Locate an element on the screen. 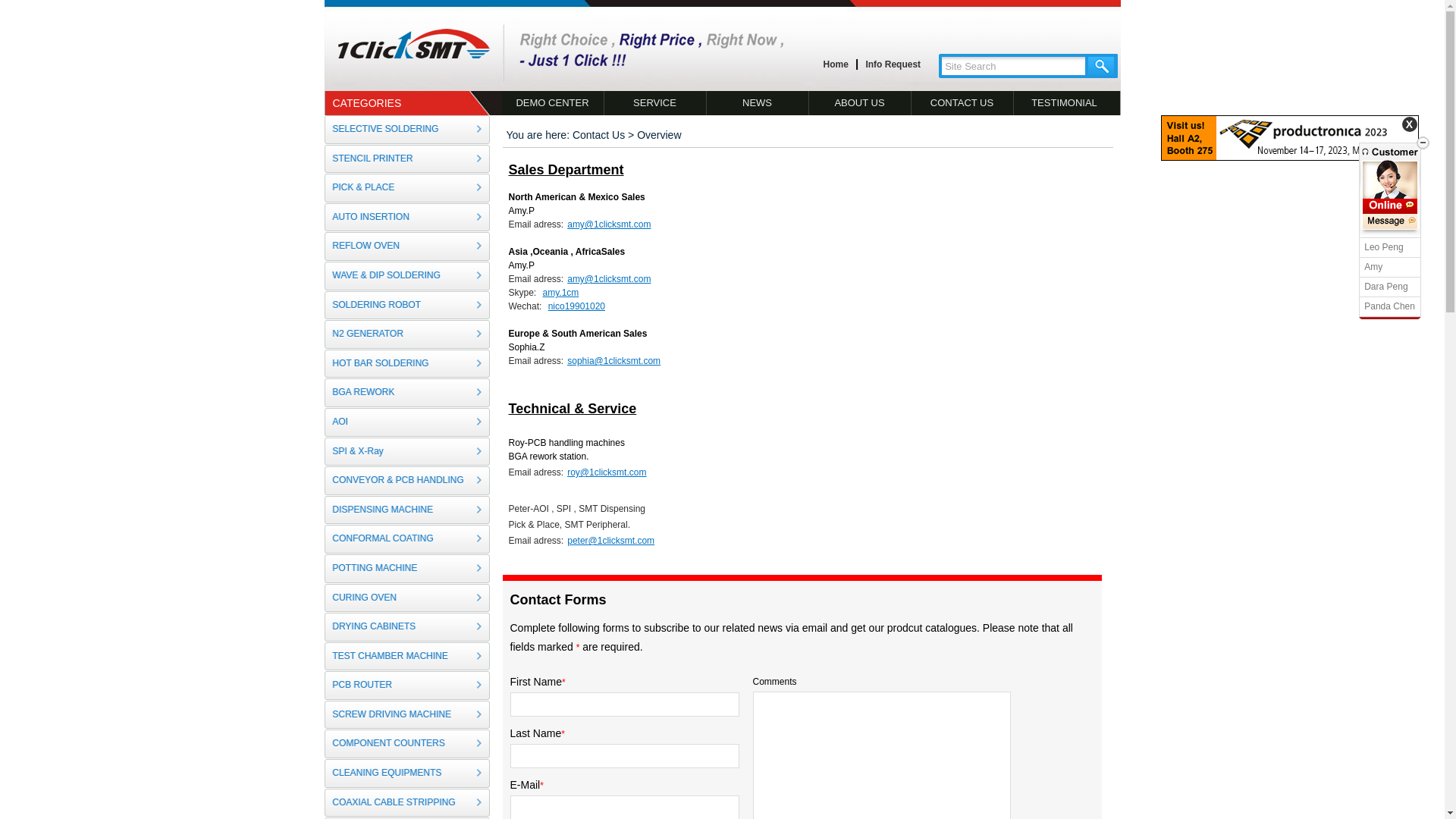  'SOLDERING ROBOT' is located at coordinates (407, 305).